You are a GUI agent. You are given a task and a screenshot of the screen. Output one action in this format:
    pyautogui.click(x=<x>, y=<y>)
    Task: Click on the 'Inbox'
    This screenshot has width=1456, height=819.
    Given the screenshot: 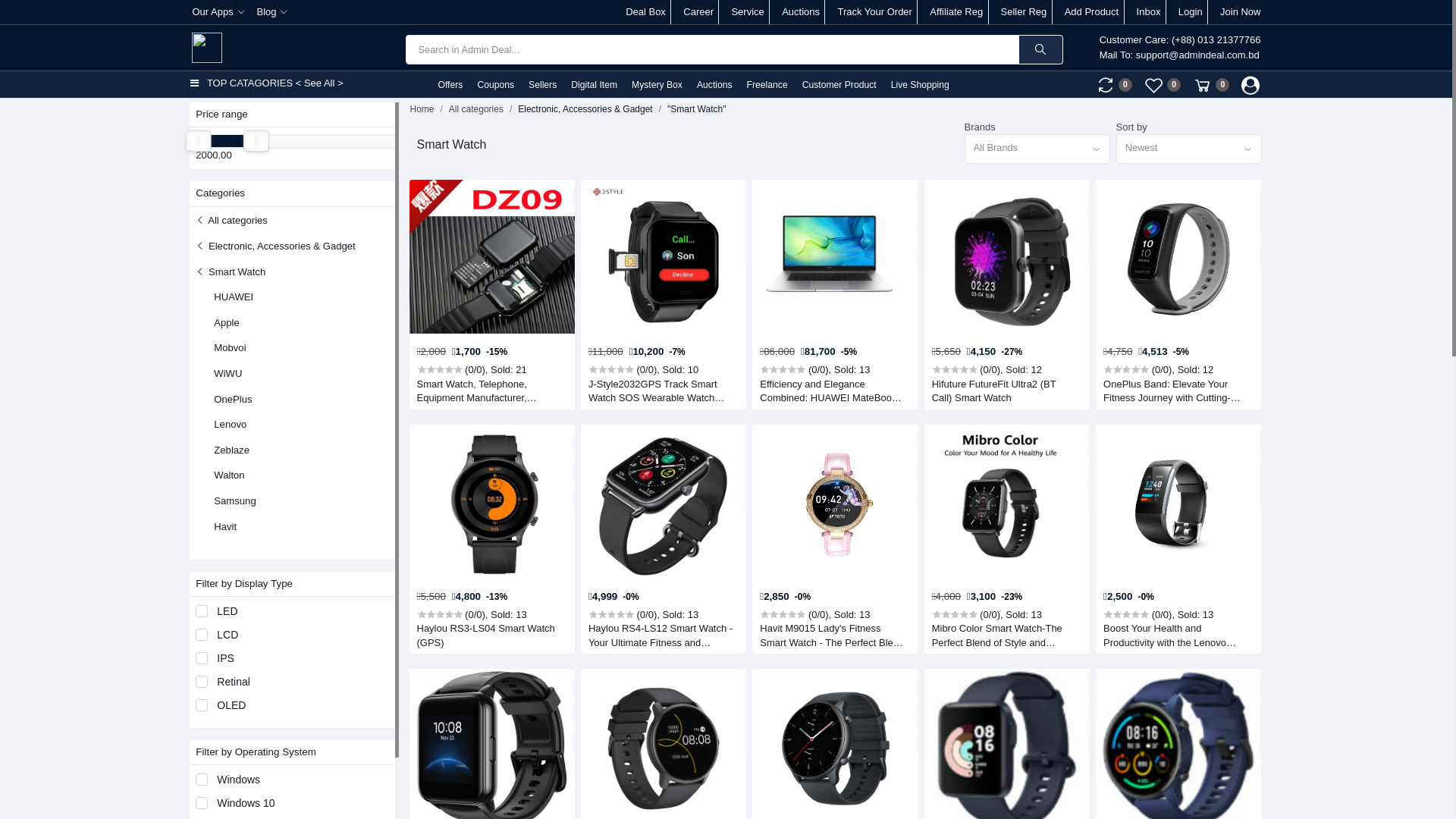 What is the action you would take?
    pyautogui.click(x=1149, y=11)
    